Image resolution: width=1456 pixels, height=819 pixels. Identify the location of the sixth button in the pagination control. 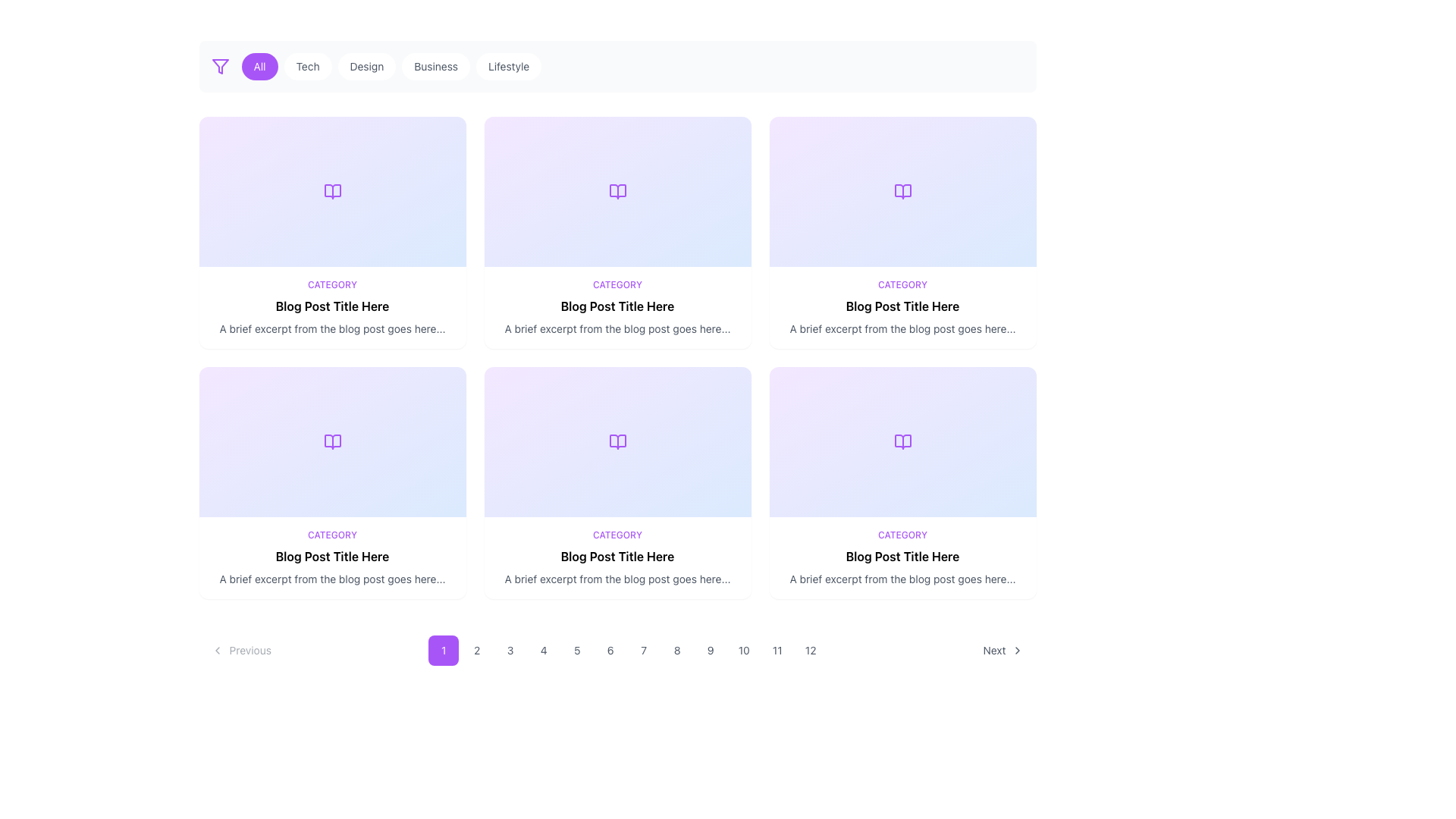
(610, 649).